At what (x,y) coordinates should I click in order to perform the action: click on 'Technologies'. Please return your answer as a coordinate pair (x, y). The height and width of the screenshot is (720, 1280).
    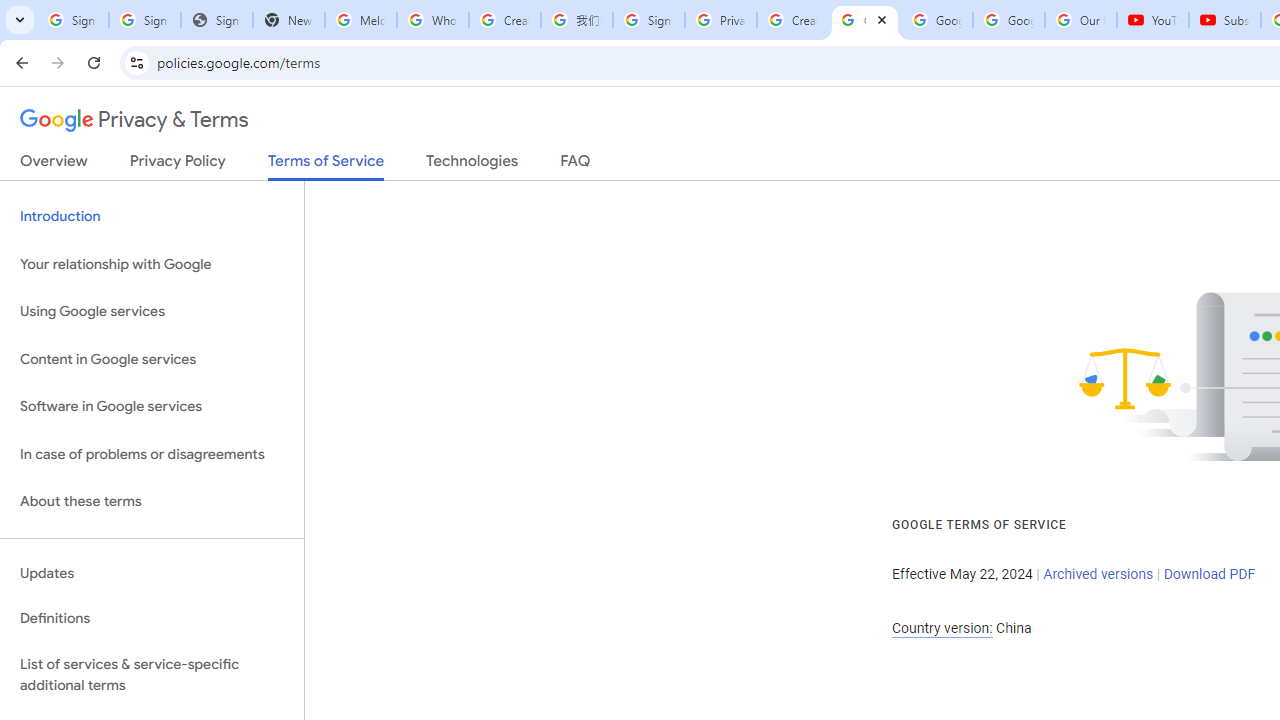
    Looking at the image, I should click on (471, 164).